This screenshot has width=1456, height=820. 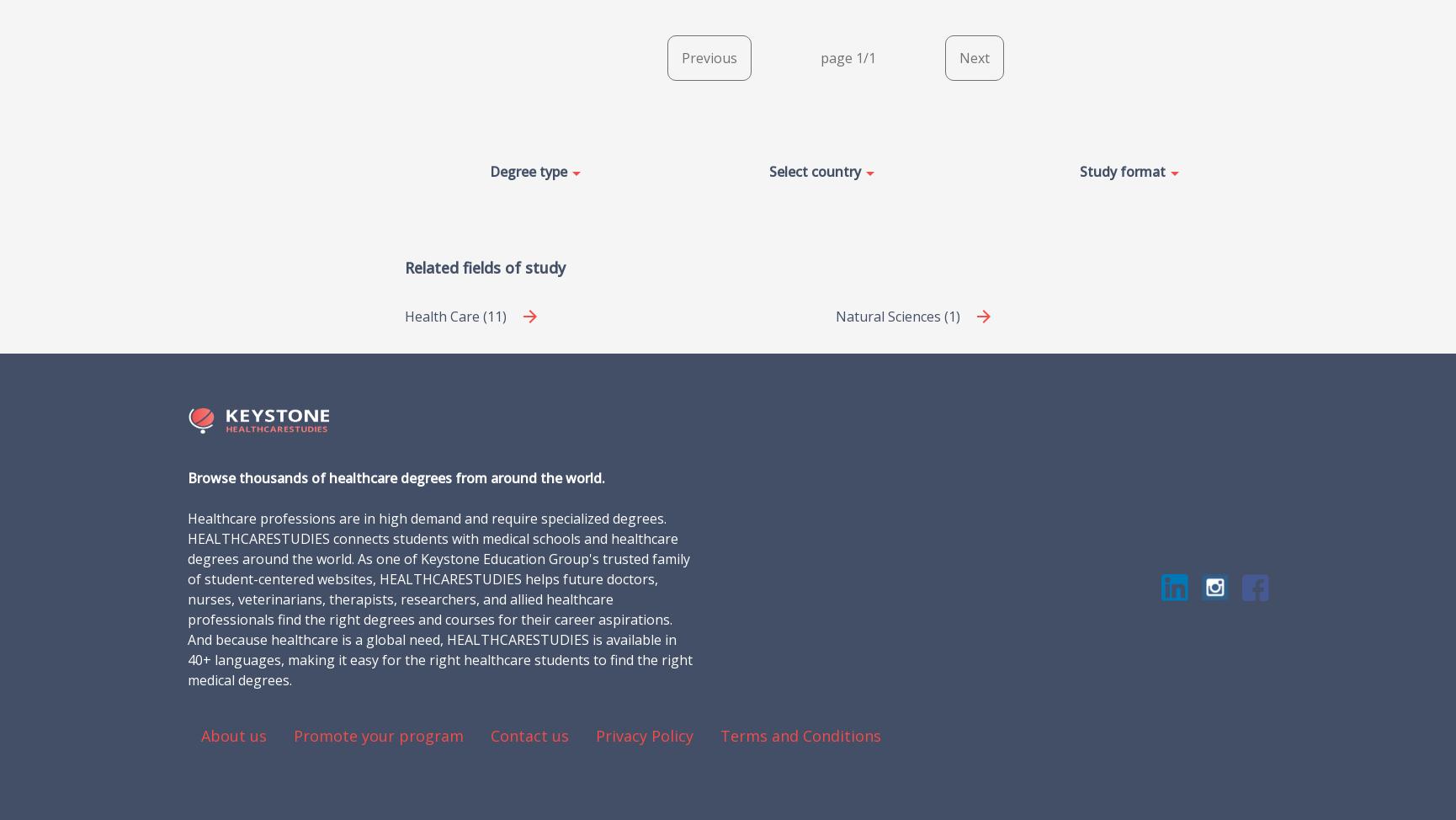 What do you see at coordinates (837, 56) in the screenshot?
I see `'page'` at bounding box center [837, 56].